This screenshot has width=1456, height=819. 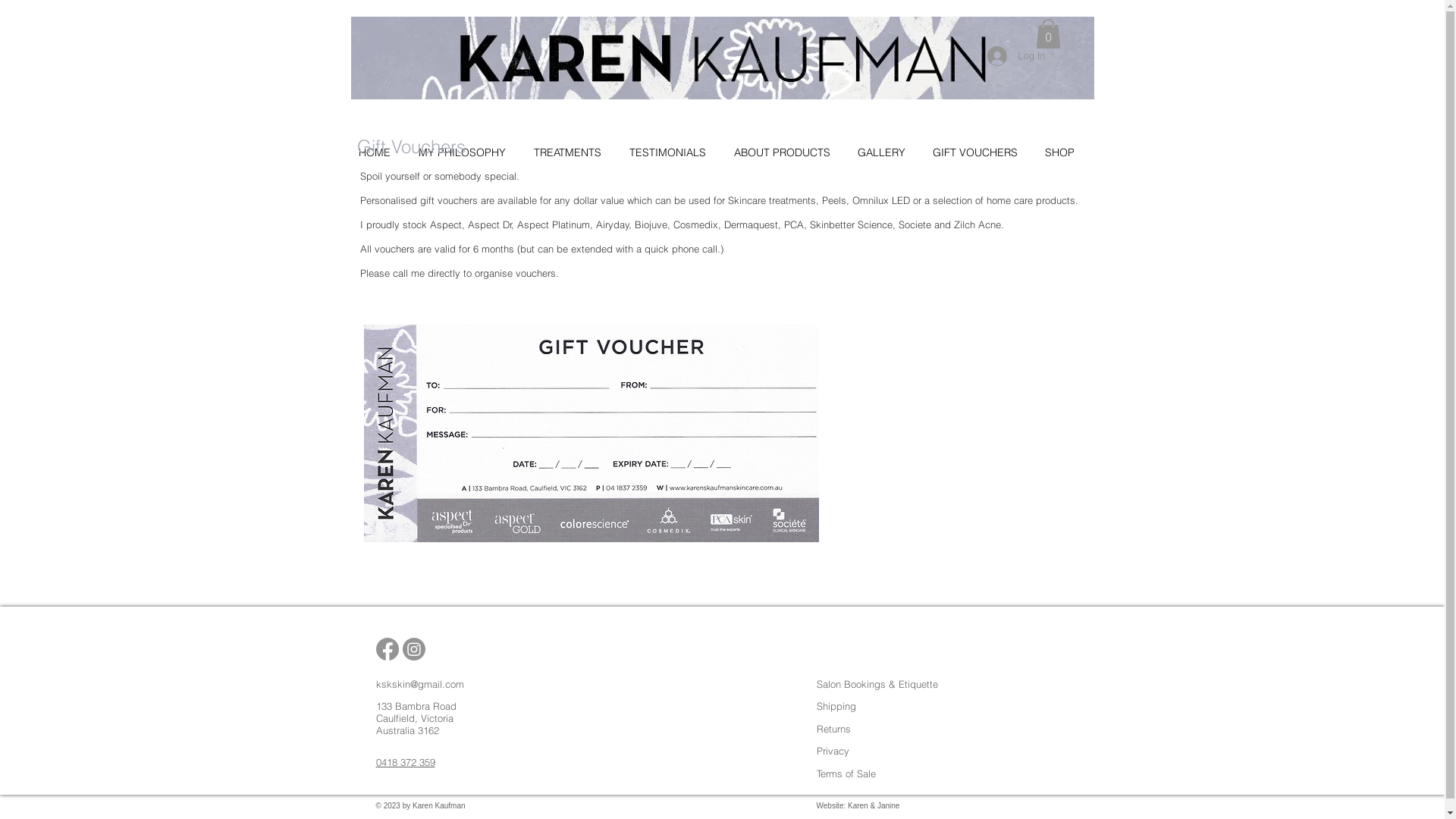 What do you see at coordinates (976, 55) in the screenshot?
I see `'Log In'` at bounding box center [976, 55].